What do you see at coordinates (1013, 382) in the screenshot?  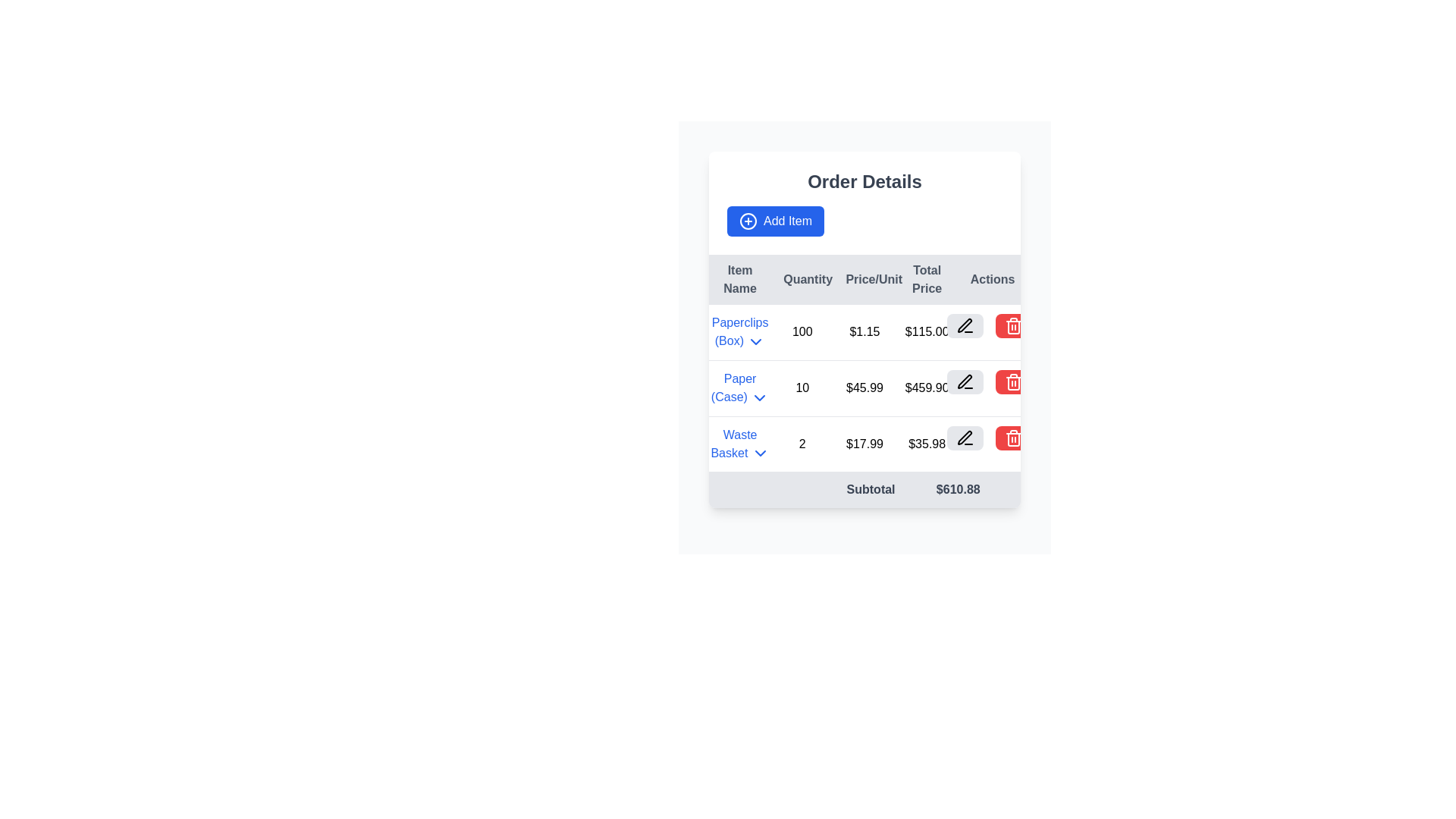 I see `the red trash bin icon located in the 'Actions' column of the table, adjacent to the pencil icon` at bounding box center [1013, 382].